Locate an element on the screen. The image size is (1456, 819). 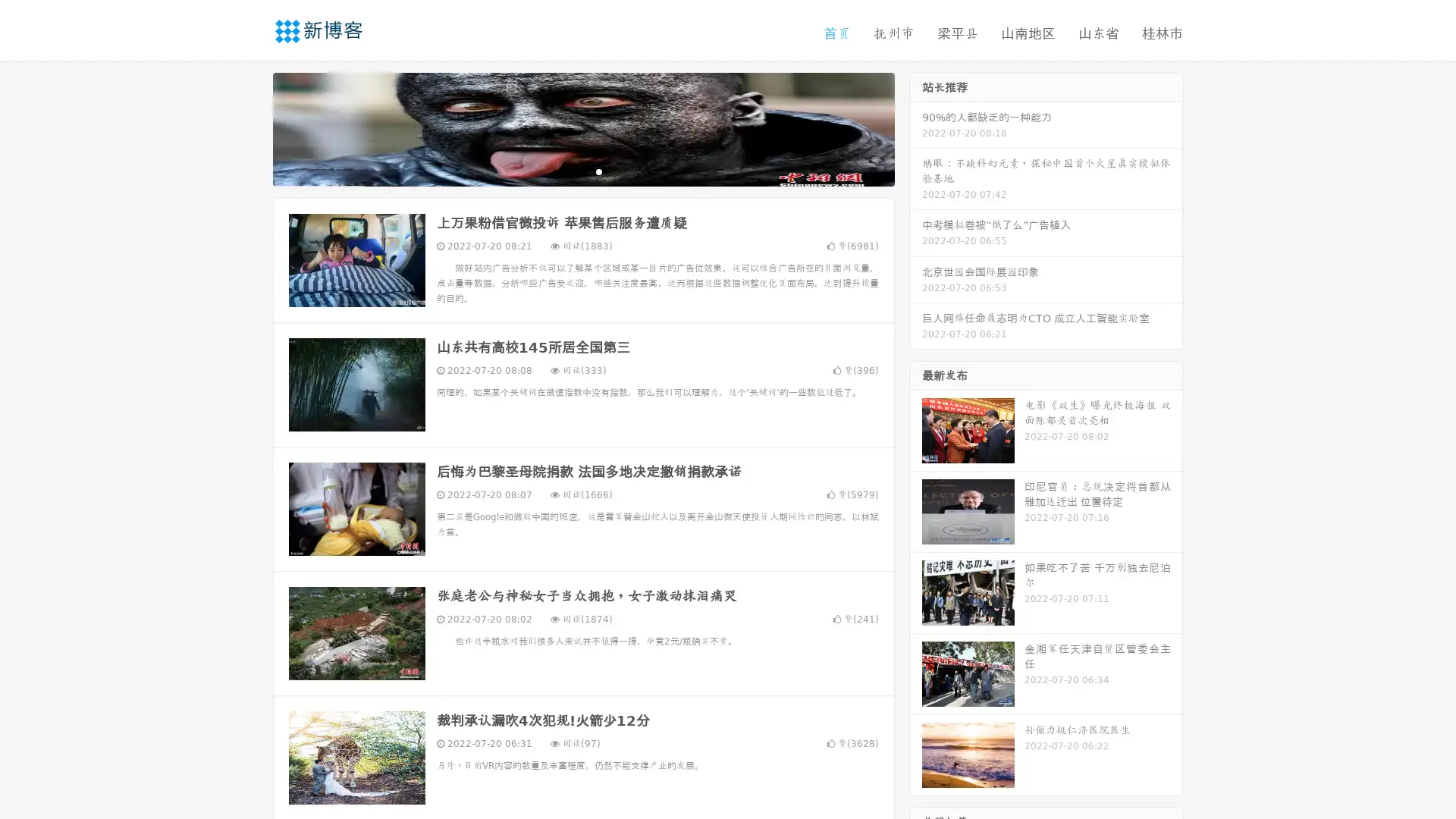
Go to slide 1 is located at coordinates (567, 171).